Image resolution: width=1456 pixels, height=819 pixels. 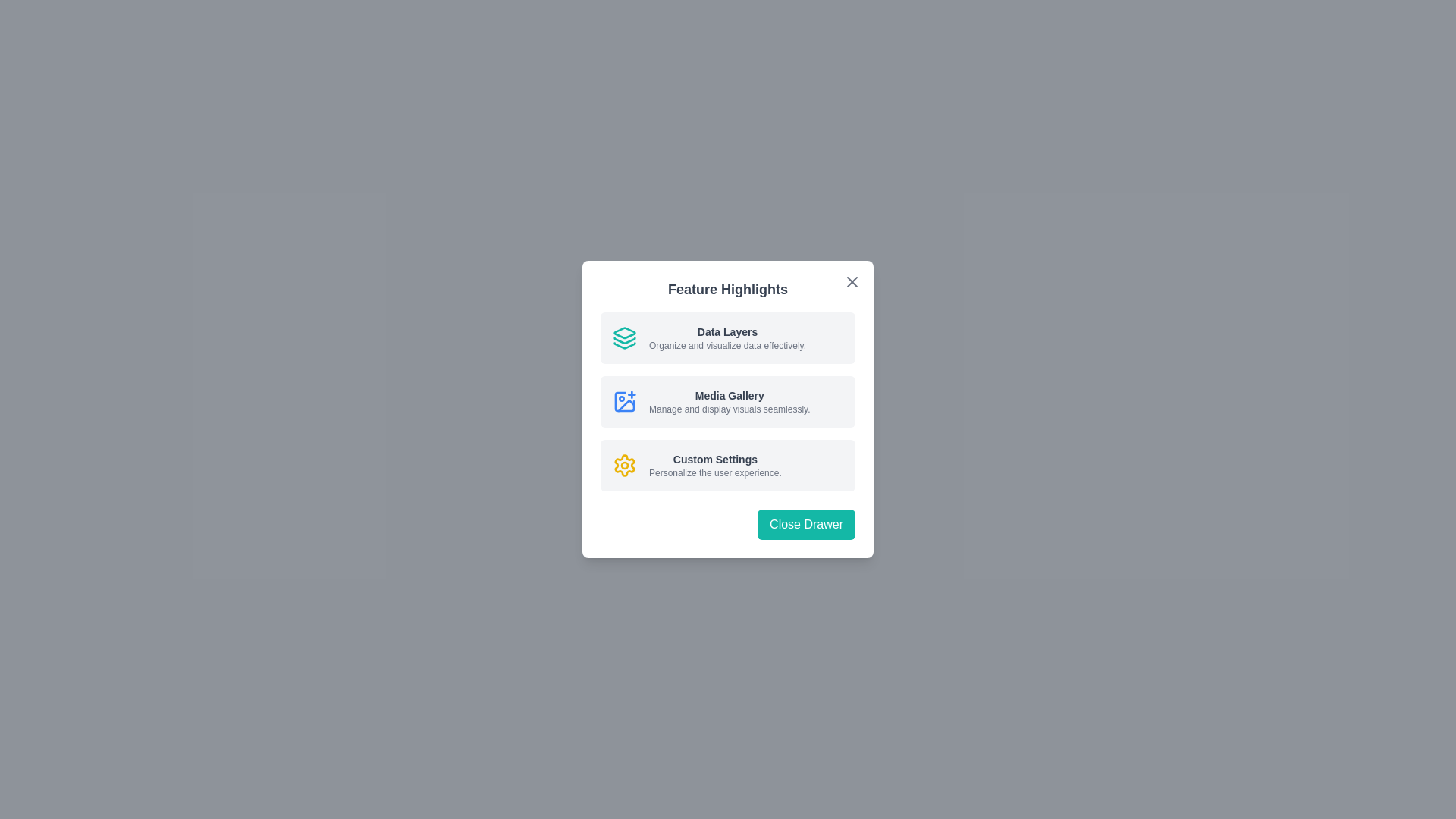 I want to click on the text label stating 'Personalize the user experience.' which is styled in gray and located under 'Custom Settings', so click(x=714, y=472).